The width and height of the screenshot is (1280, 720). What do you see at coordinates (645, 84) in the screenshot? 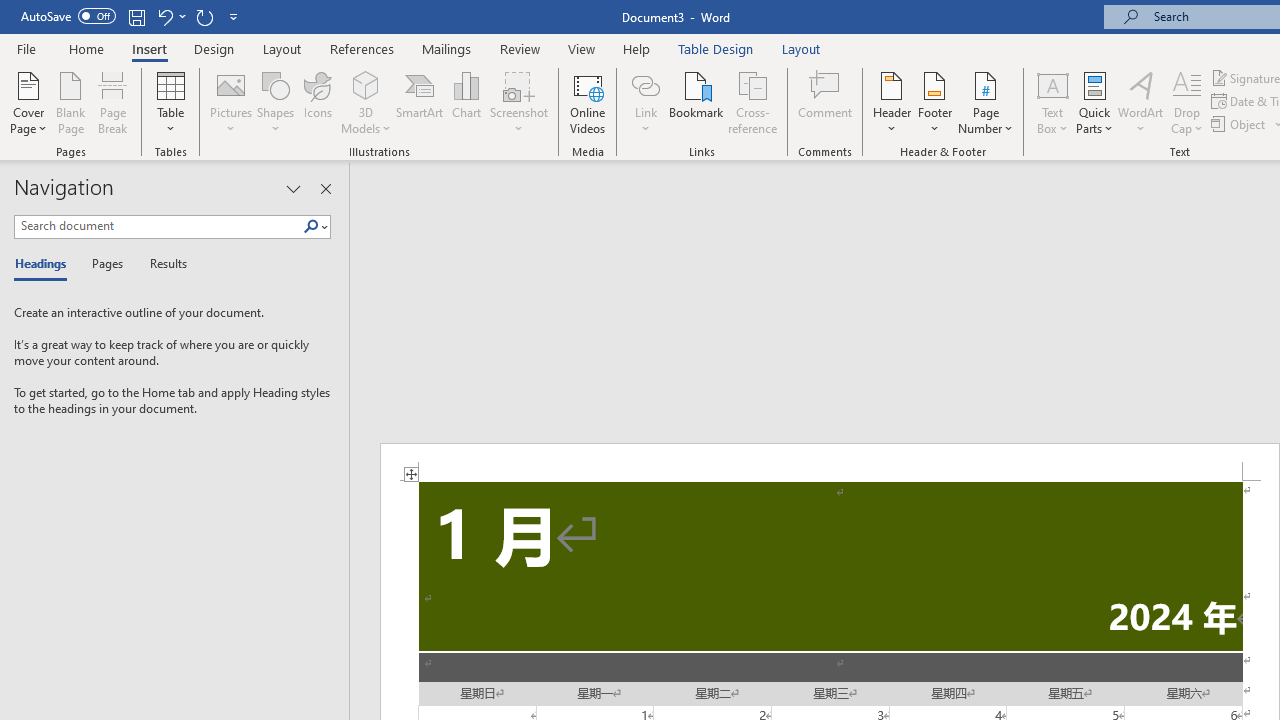
I see `'Link'` at bounding box center [645, 84].